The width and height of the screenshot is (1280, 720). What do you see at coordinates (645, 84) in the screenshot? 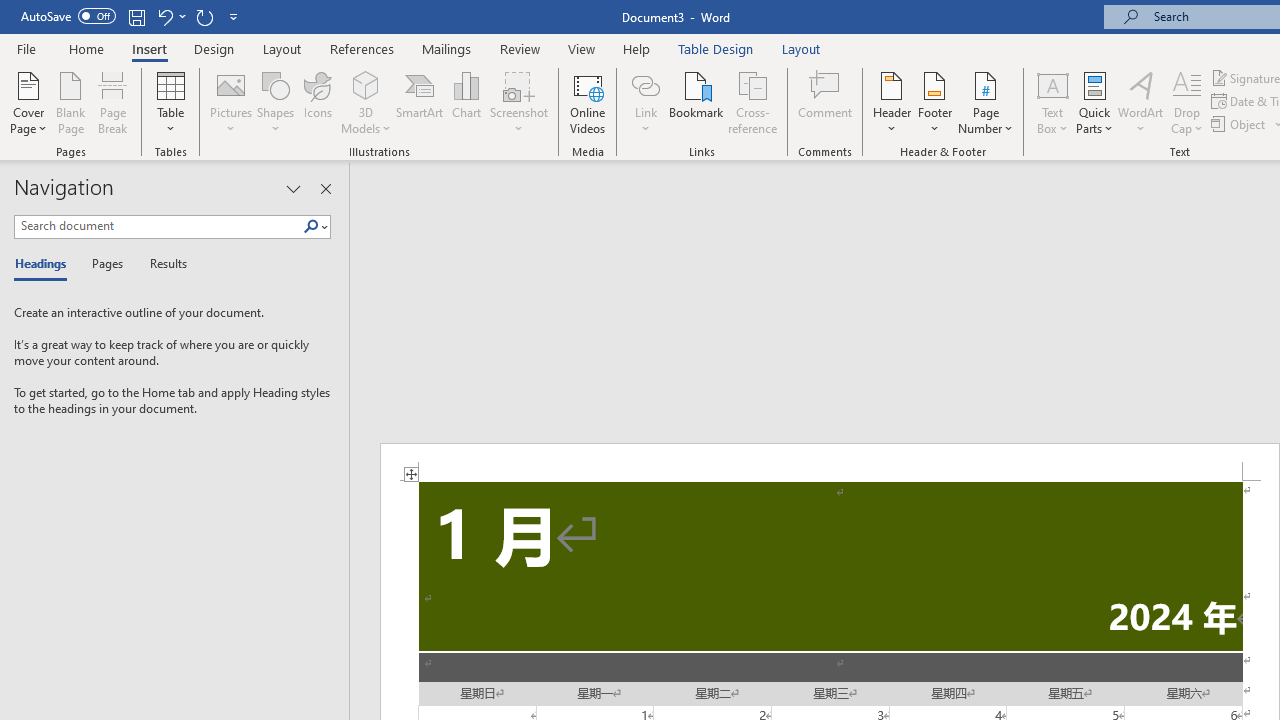
I see `'Link'` at bounding box center [645, 84].